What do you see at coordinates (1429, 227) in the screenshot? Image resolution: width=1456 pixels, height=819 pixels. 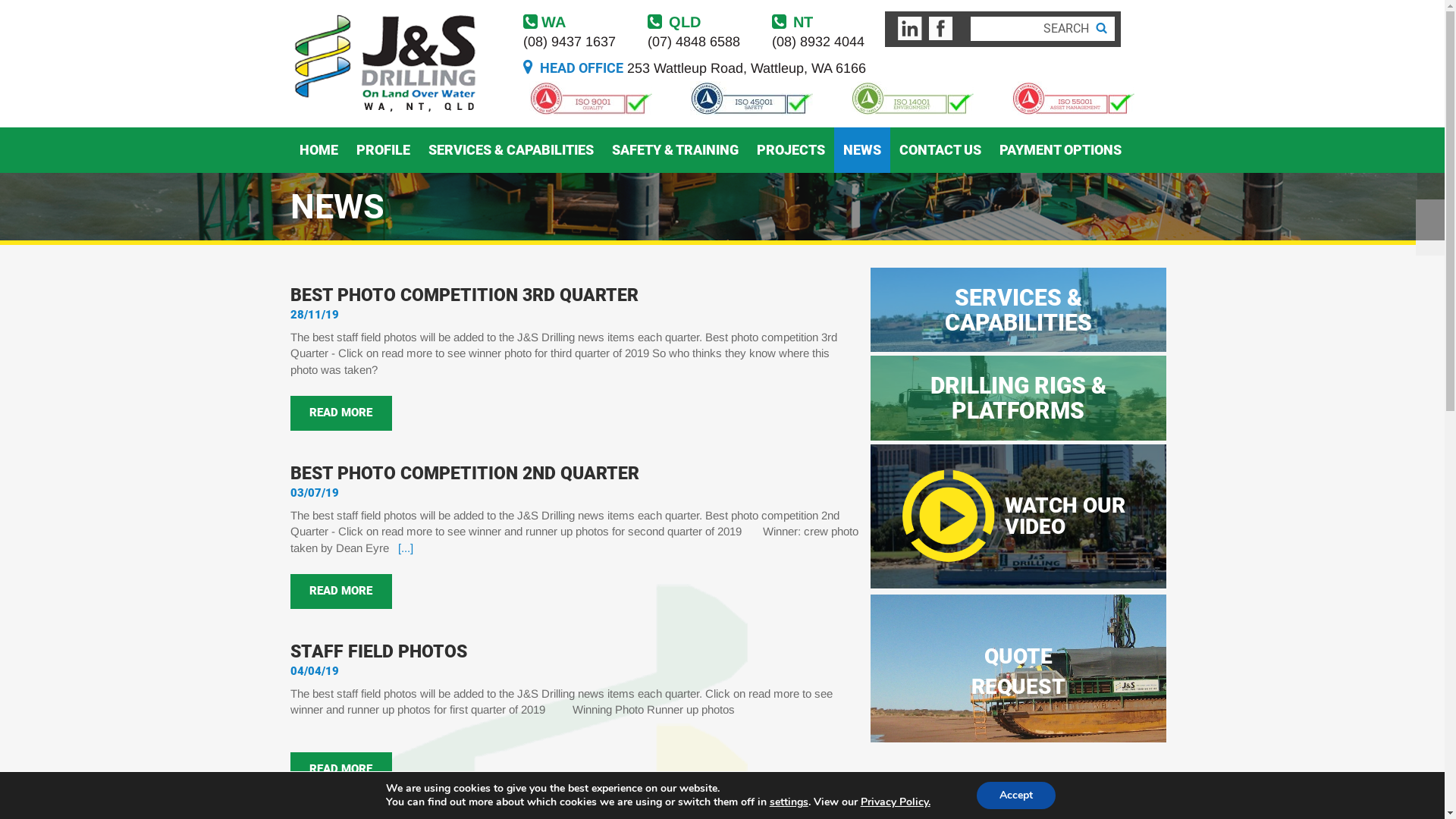 I see `'Next'` at bounding box center [1429, 227].